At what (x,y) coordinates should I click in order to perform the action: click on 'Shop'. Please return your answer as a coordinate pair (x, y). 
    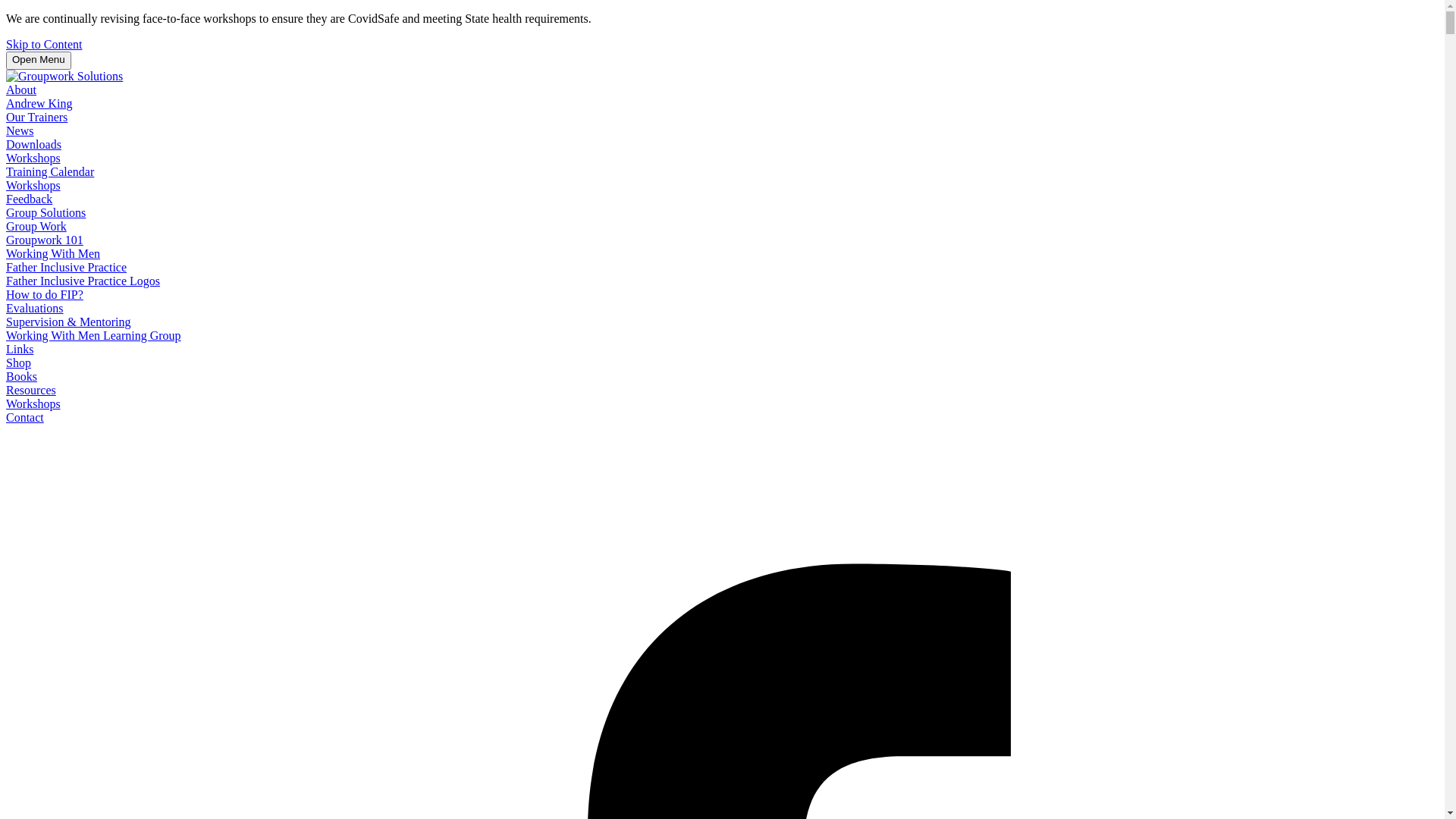
    Looking at the image, I should click on (18, 362).